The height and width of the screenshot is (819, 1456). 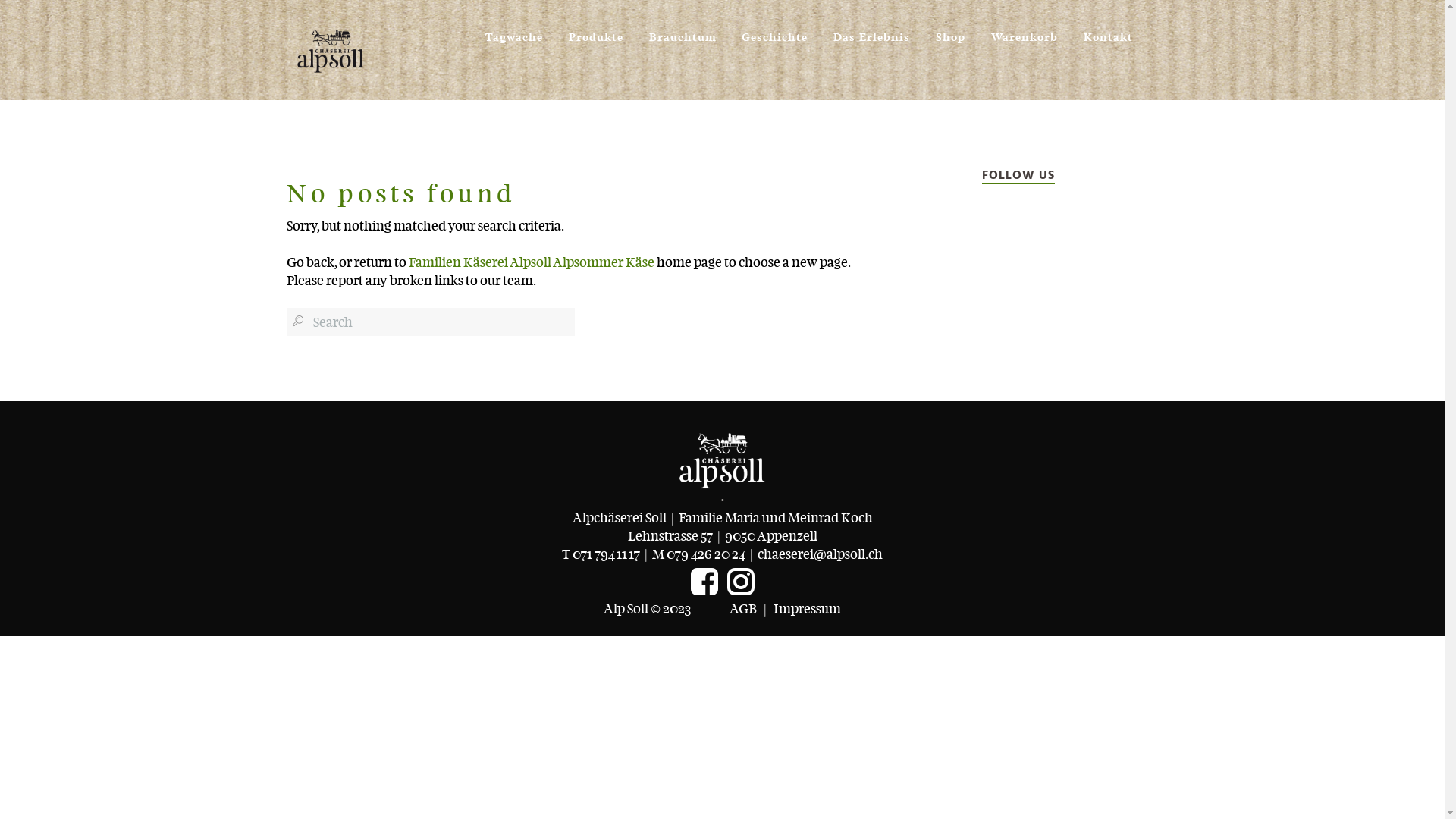 What do you see at coordinates (742, 607) in the screenshot?
I see `'AGB'` at bounding box center [742, 607].